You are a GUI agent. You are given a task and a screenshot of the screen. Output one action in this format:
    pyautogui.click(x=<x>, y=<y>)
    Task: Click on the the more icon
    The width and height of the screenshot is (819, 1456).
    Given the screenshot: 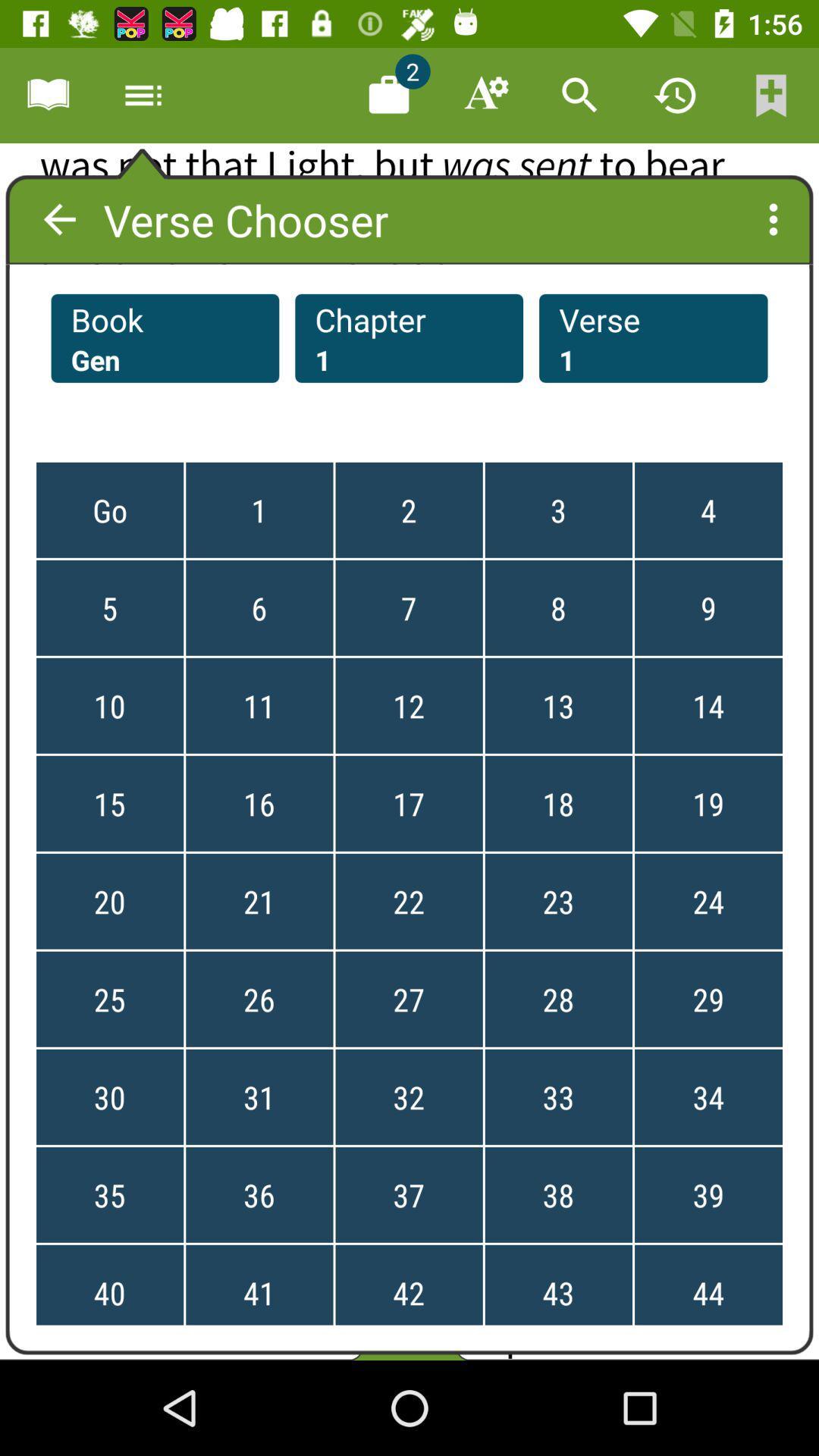 What is the action you would take?
    pyautogui.click(x=773, y=218)
    